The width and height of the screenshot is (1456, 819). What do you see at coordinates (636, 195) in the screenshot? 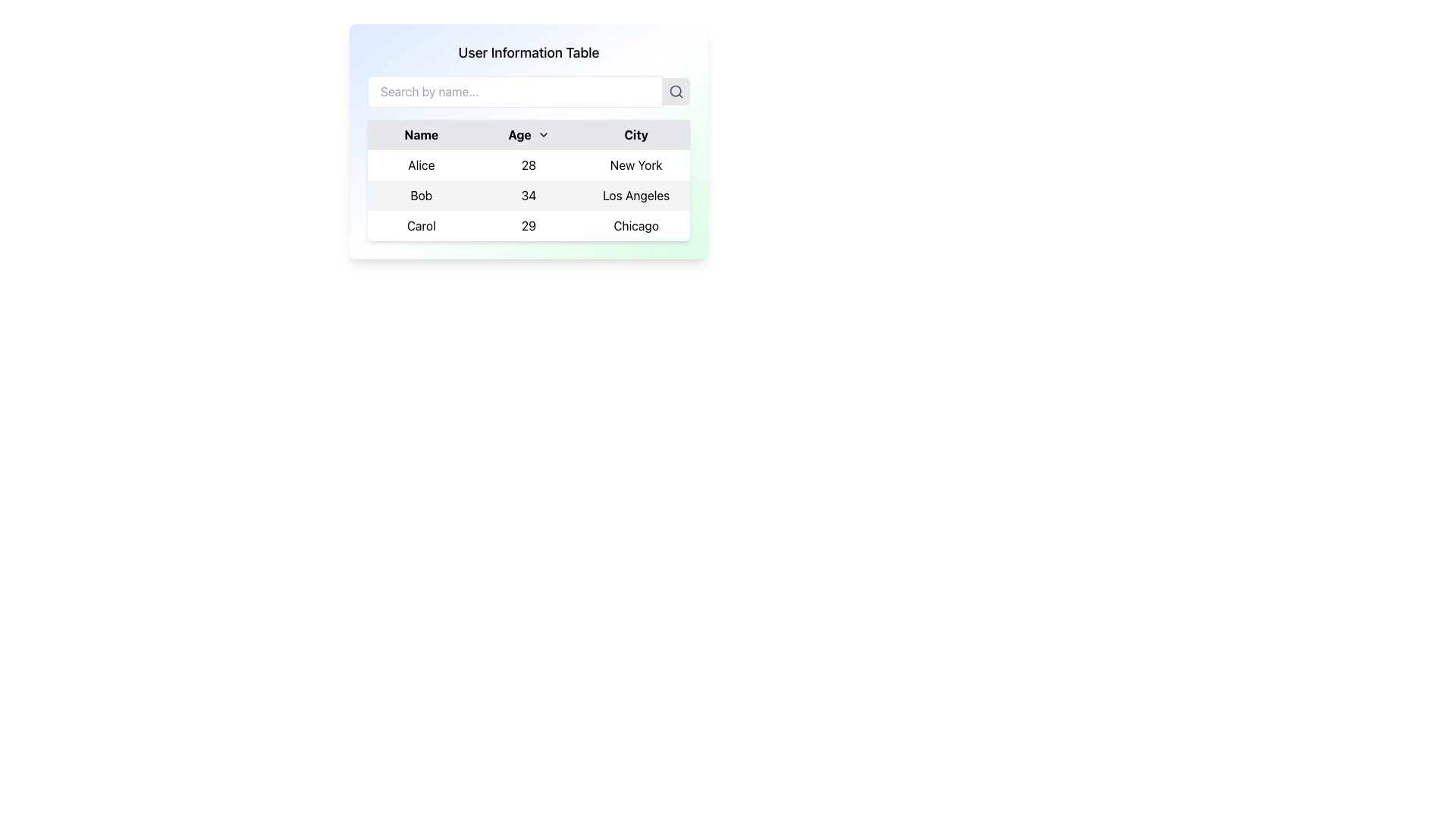
I see `the Table Cell displaying 'Los Angeles' for user 'Bob' in the second row and third column of the data table` at bounding box center [636, 195].